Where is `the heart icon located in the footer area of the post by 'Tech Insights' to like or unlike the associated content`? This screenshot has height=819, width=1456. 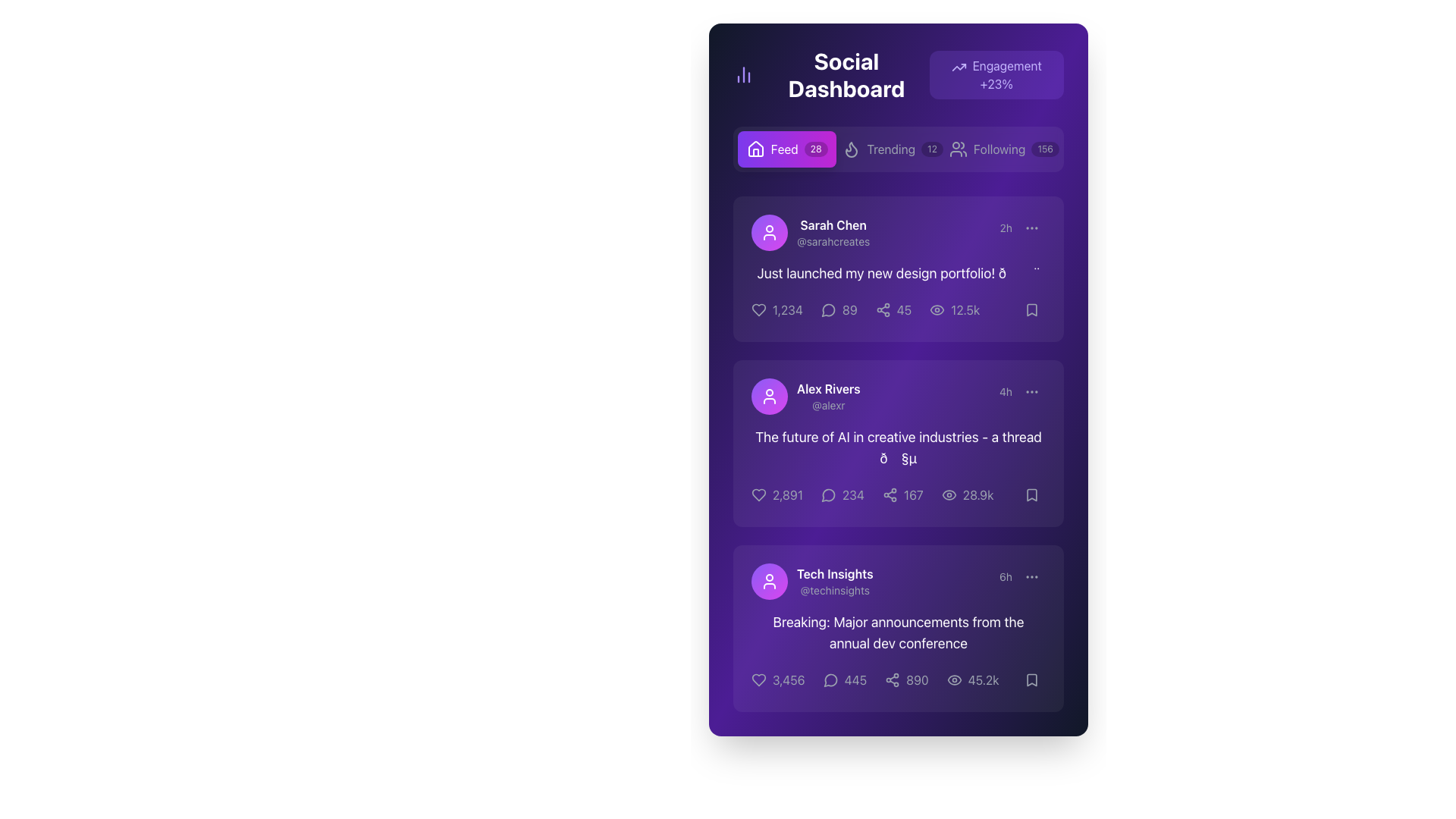
the heart icon located in the footer area of the post by 'Tech Insights' to like or unlike the associated content is located at coordinates (759, 679).